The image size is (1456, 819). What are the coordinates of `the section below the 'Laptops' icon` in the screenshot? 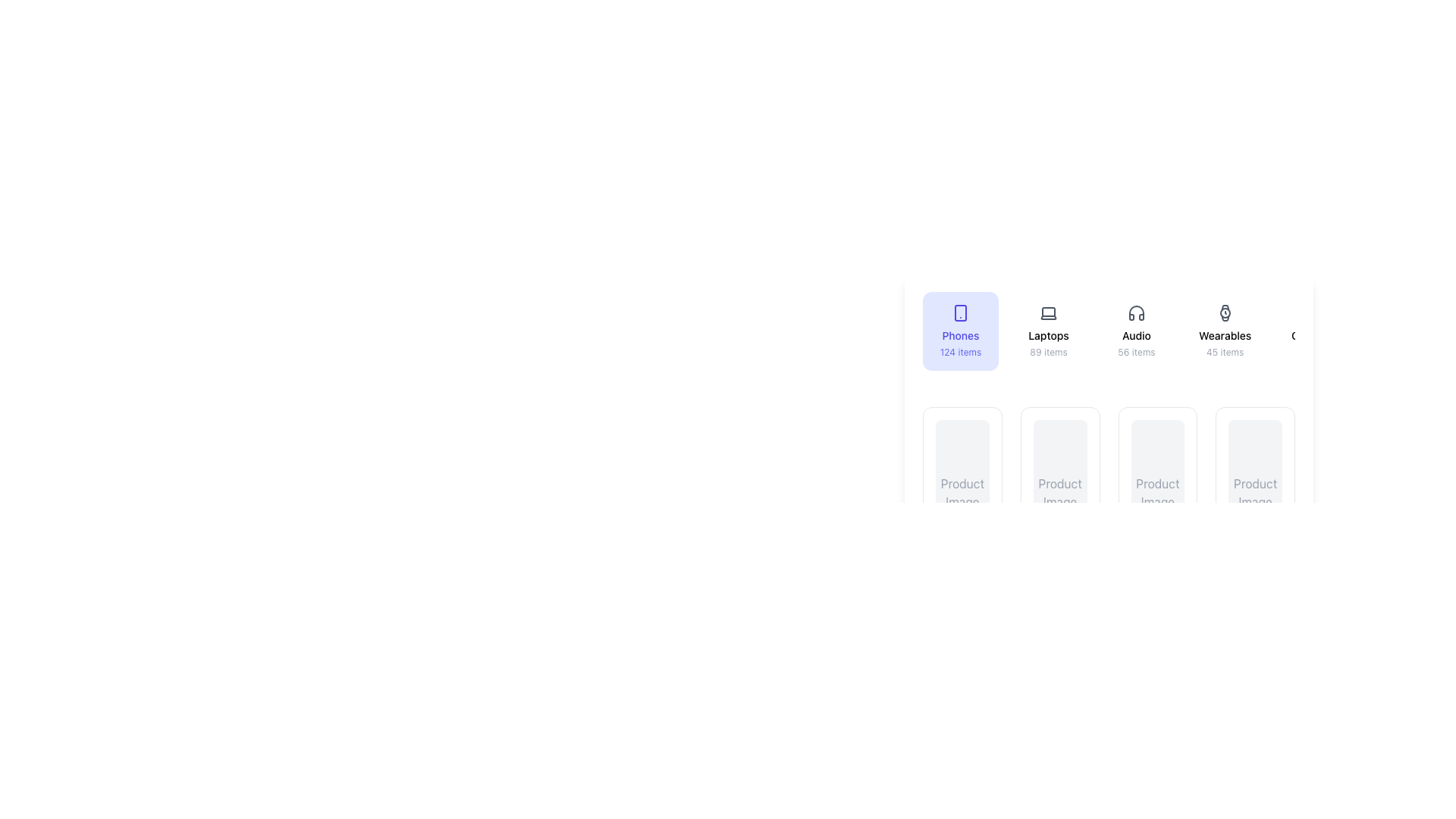 It's located at (1047, 312).